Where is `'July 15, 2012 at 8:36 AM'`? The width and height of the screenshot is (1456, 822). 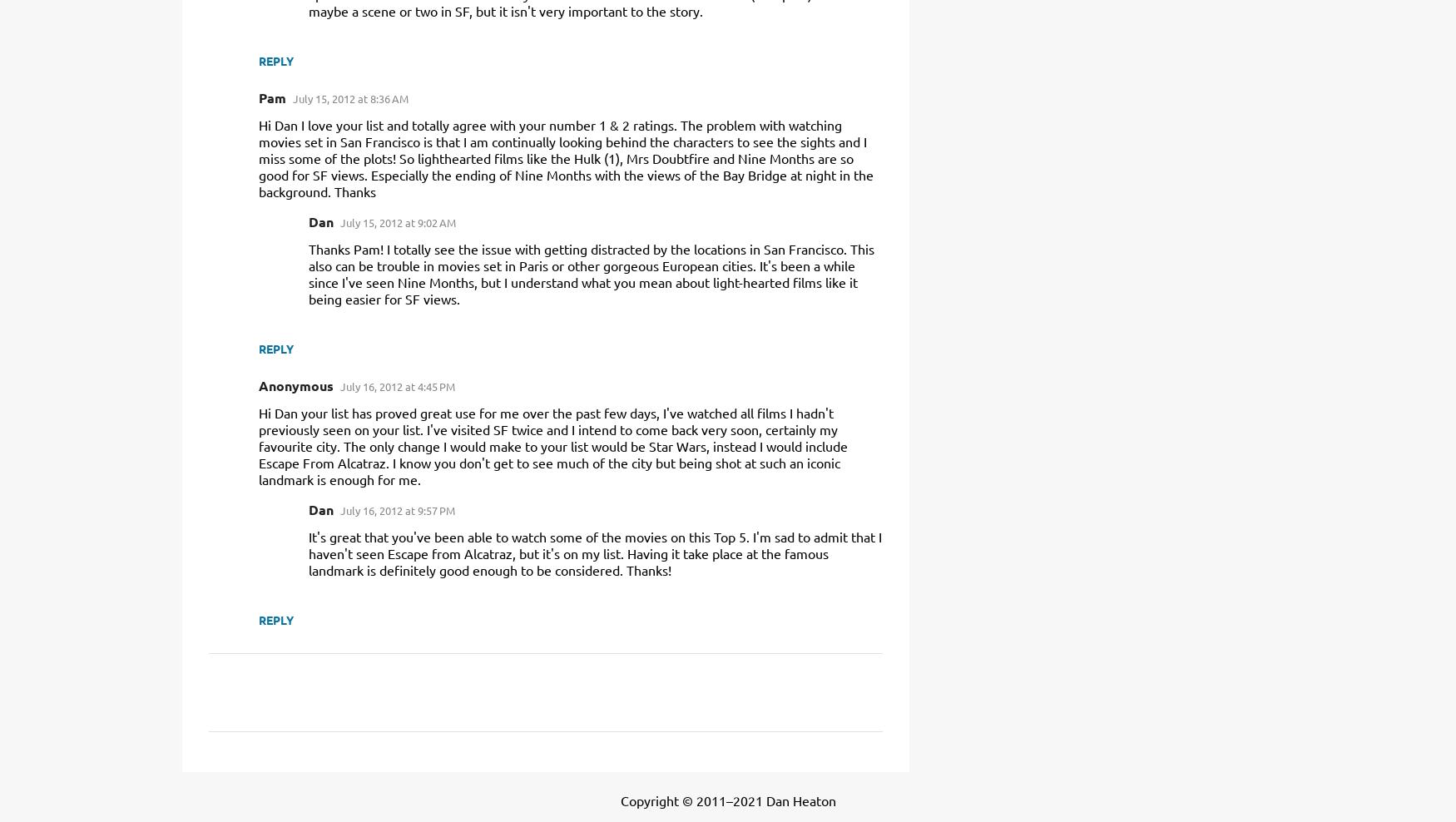 'July 15, 2012 at 8:36 AM' is located at coordinates (292, 98).